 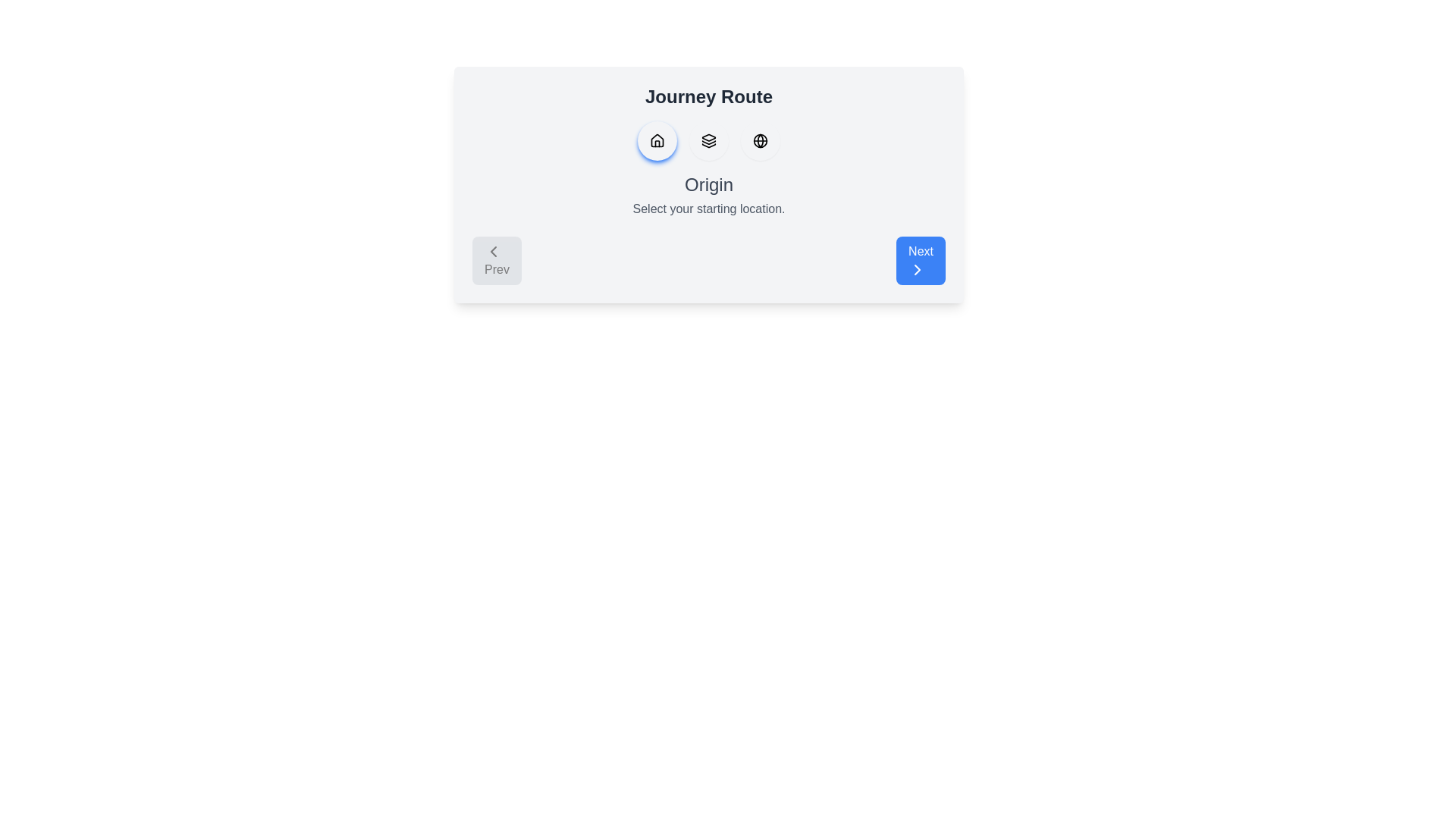 What do you see at coordinates (920, 259) in the screenshot?
I see `the 'Next' button with a blue background and white text located at the bottom-right corner to proceed to the next step` at bounding box center [920, 259].